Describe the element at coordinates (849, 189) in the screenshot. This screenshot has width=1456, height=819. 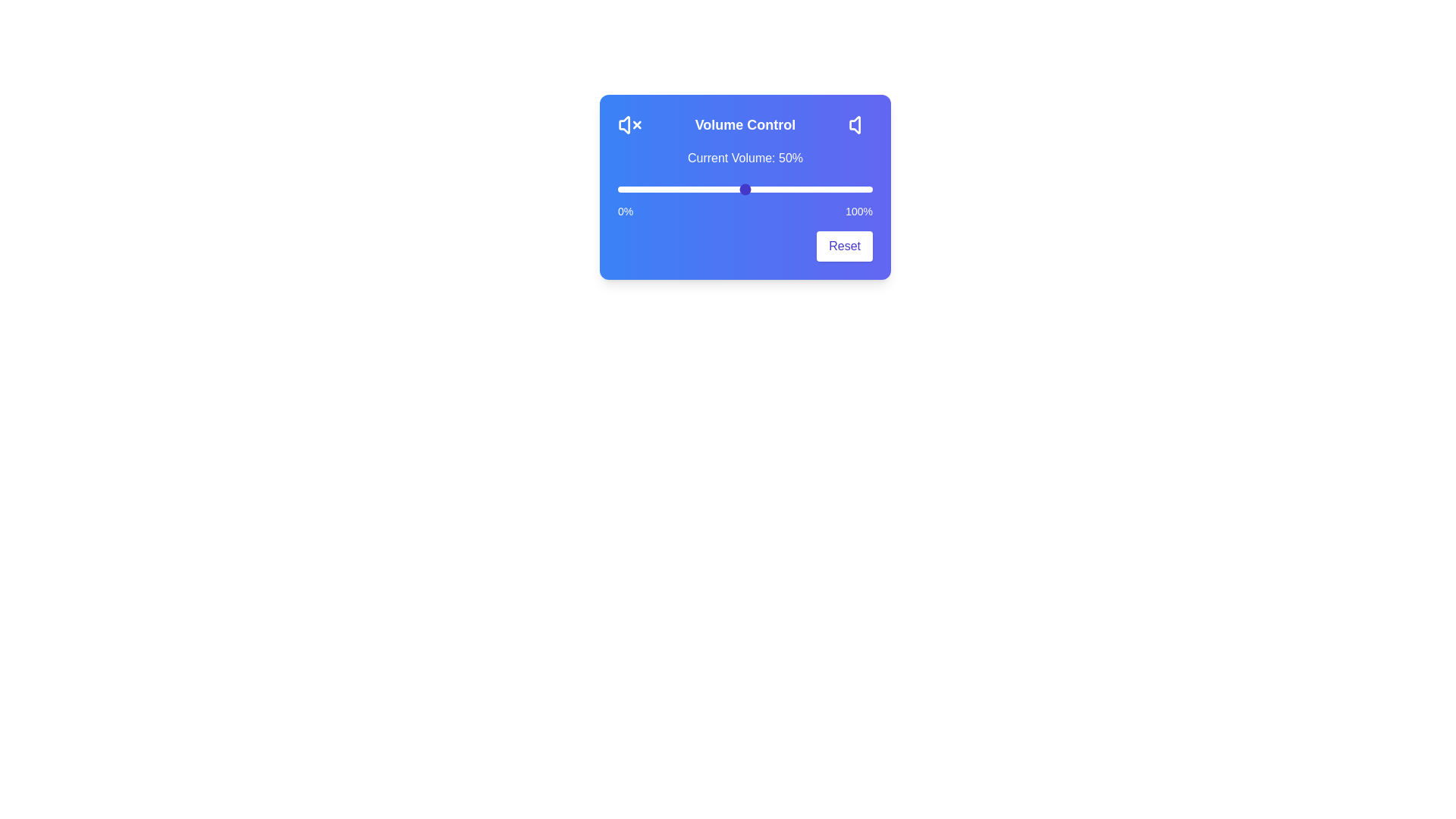
I see `the volume slider to 91%` at that location.